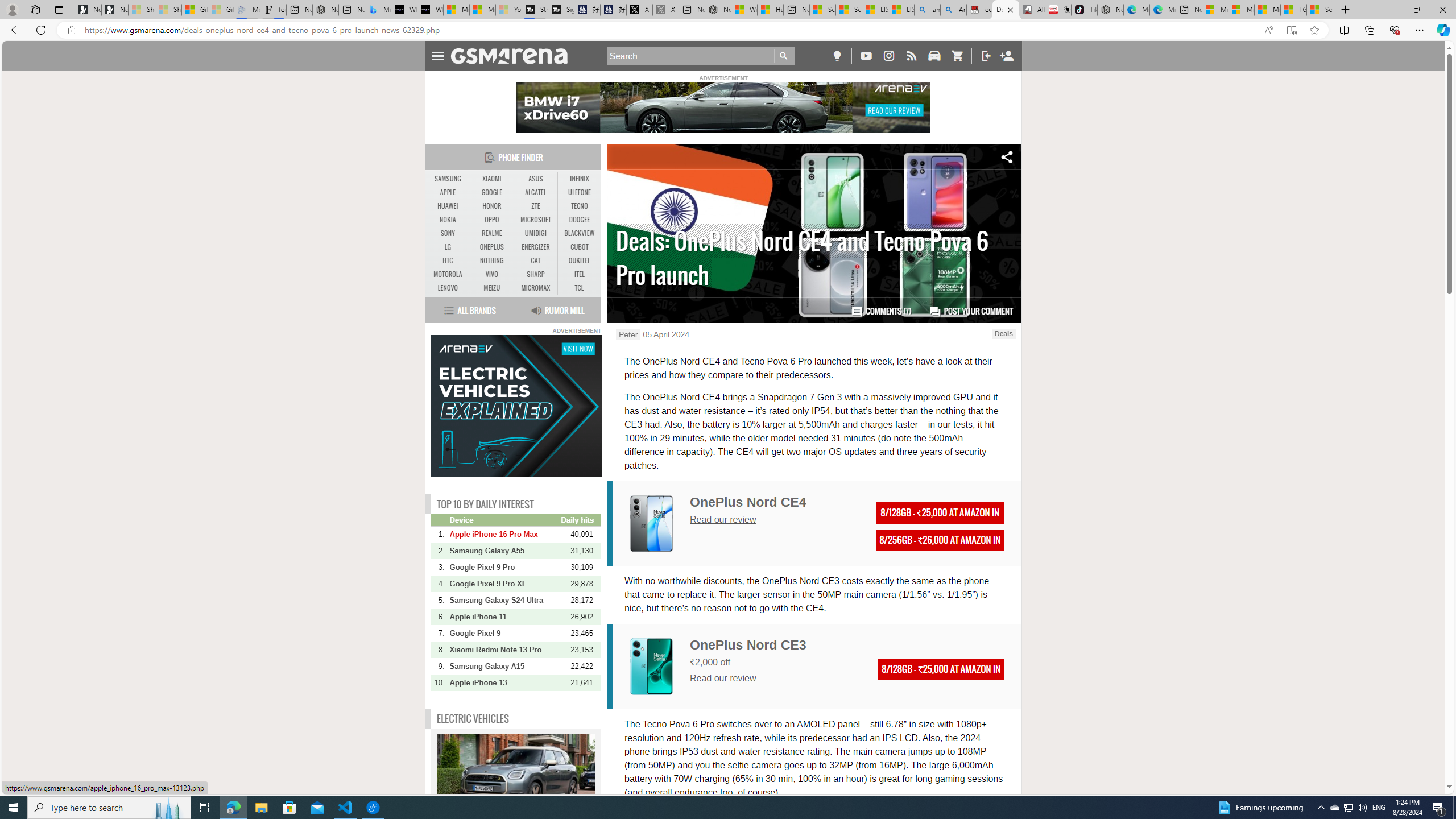 This screenshot has height=819, width=1456. I want to click on 'LG', so click(448, 246).